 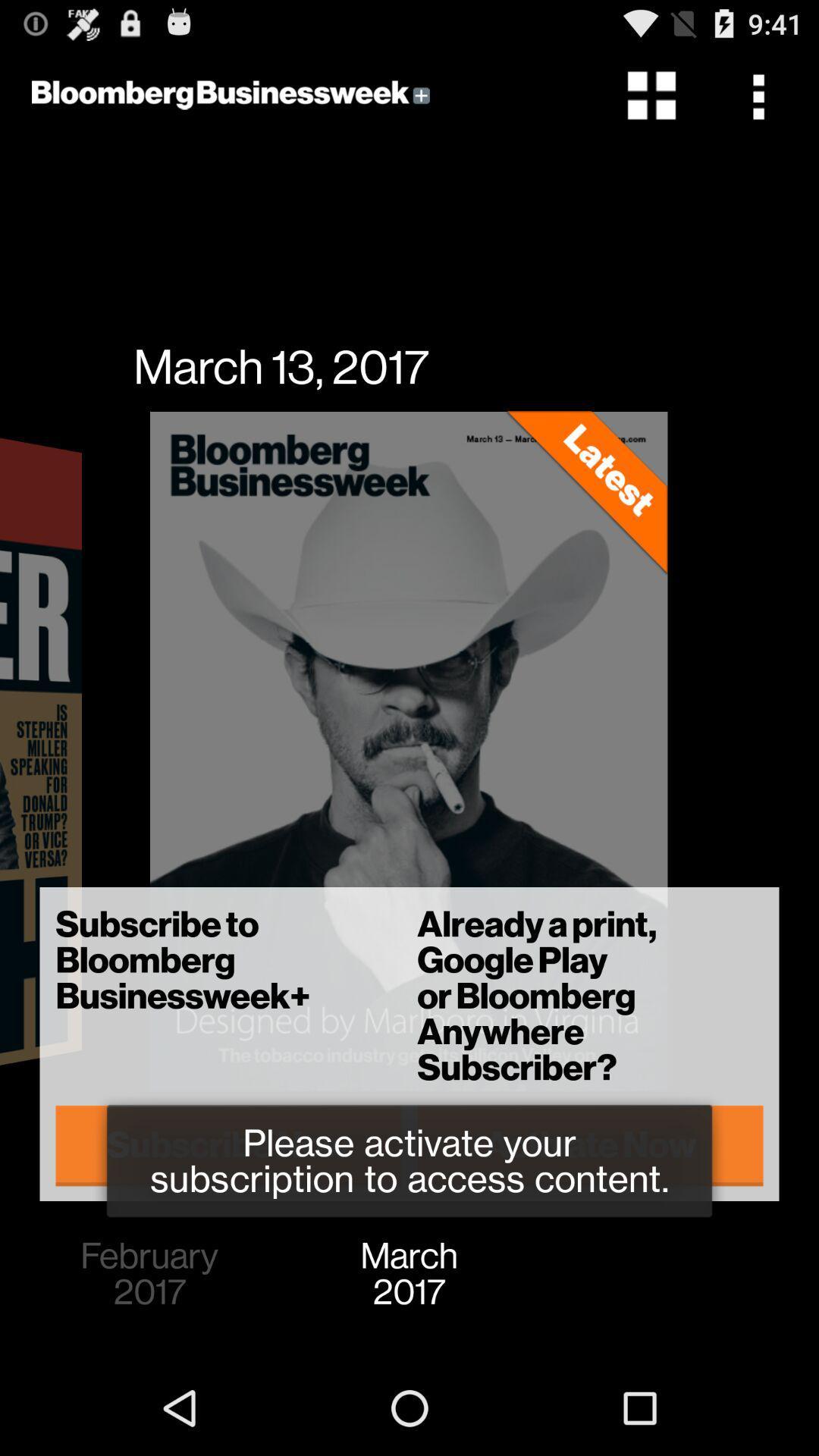 I want to click on subscribe now, so click(x=228, y=1145).